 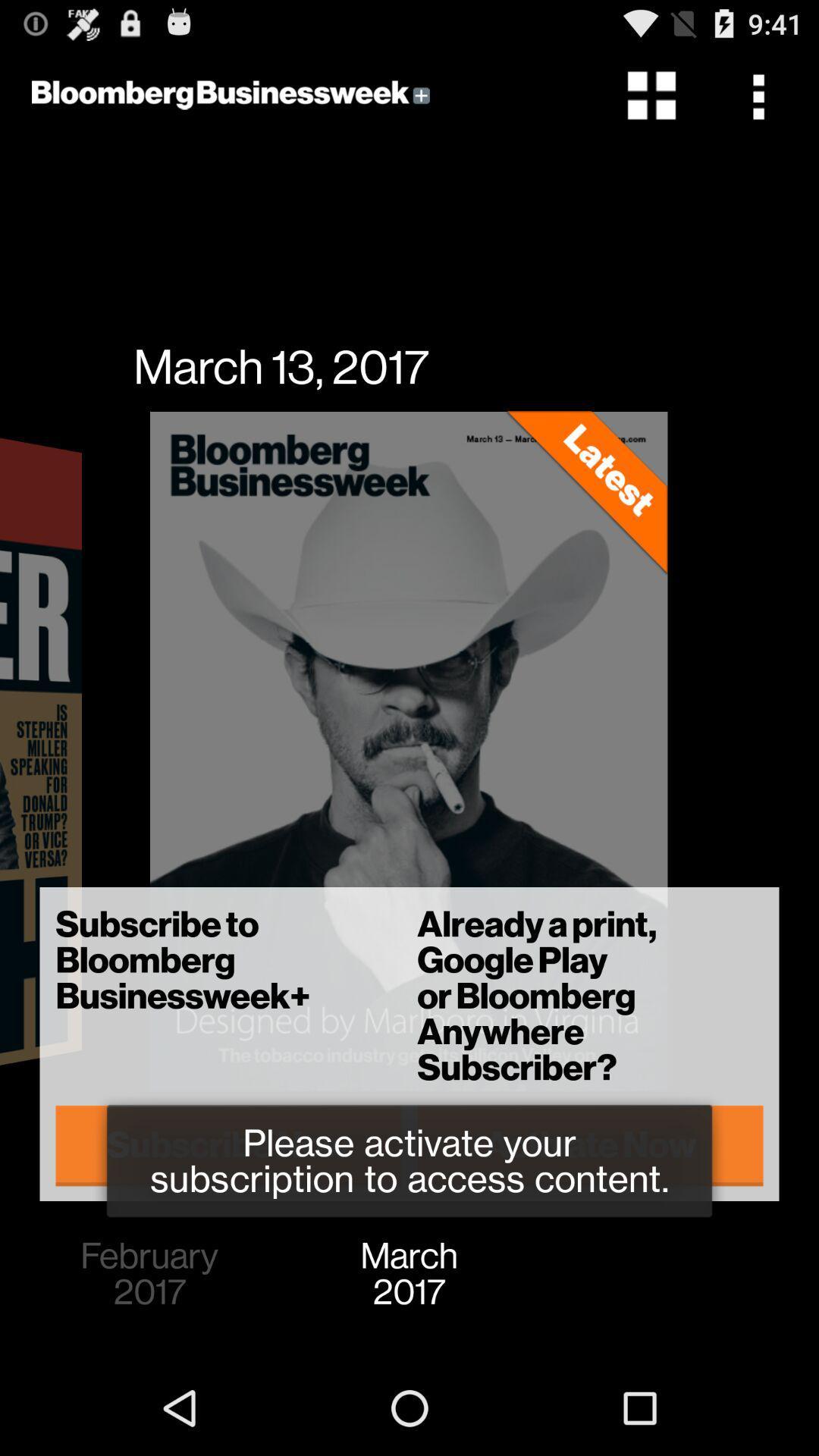 I want to click on subscribe now, so click(x=228, y=1145).